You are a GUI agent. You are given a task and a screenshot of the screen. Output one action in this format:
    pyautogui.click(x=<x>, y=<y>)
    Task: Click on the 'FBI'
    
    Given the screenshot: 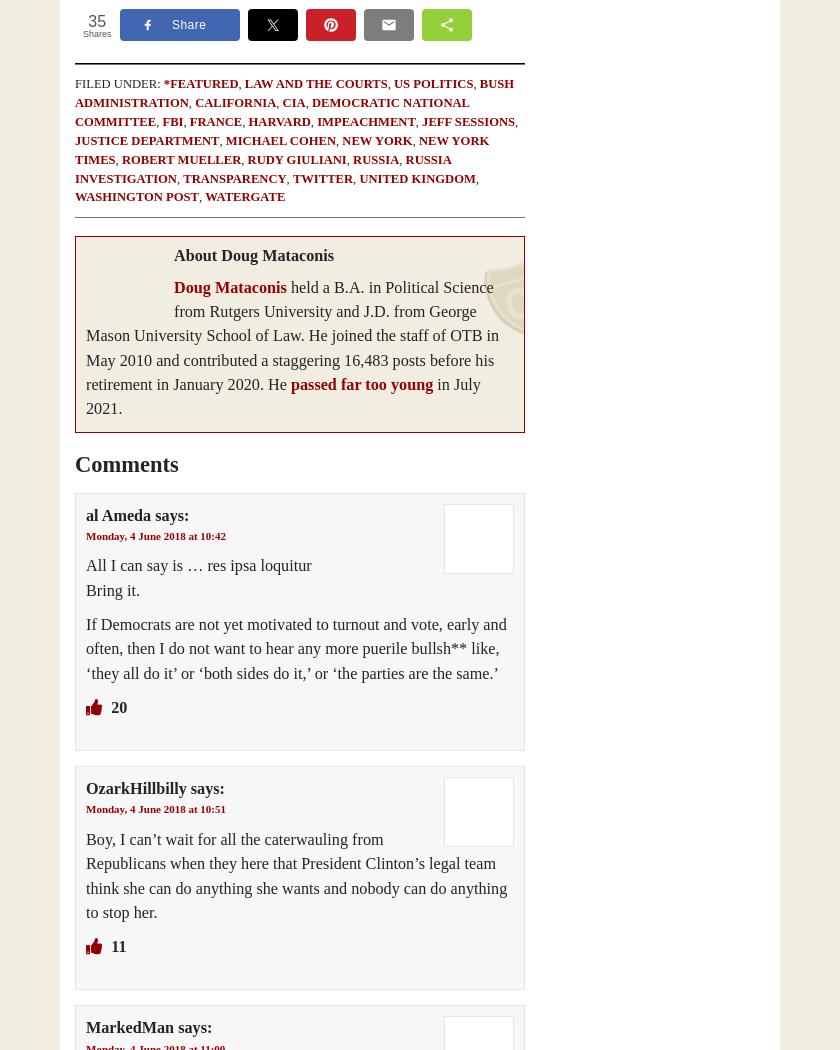 What is the action you would take?
    pyautogui.click(x=172, y=119)
    